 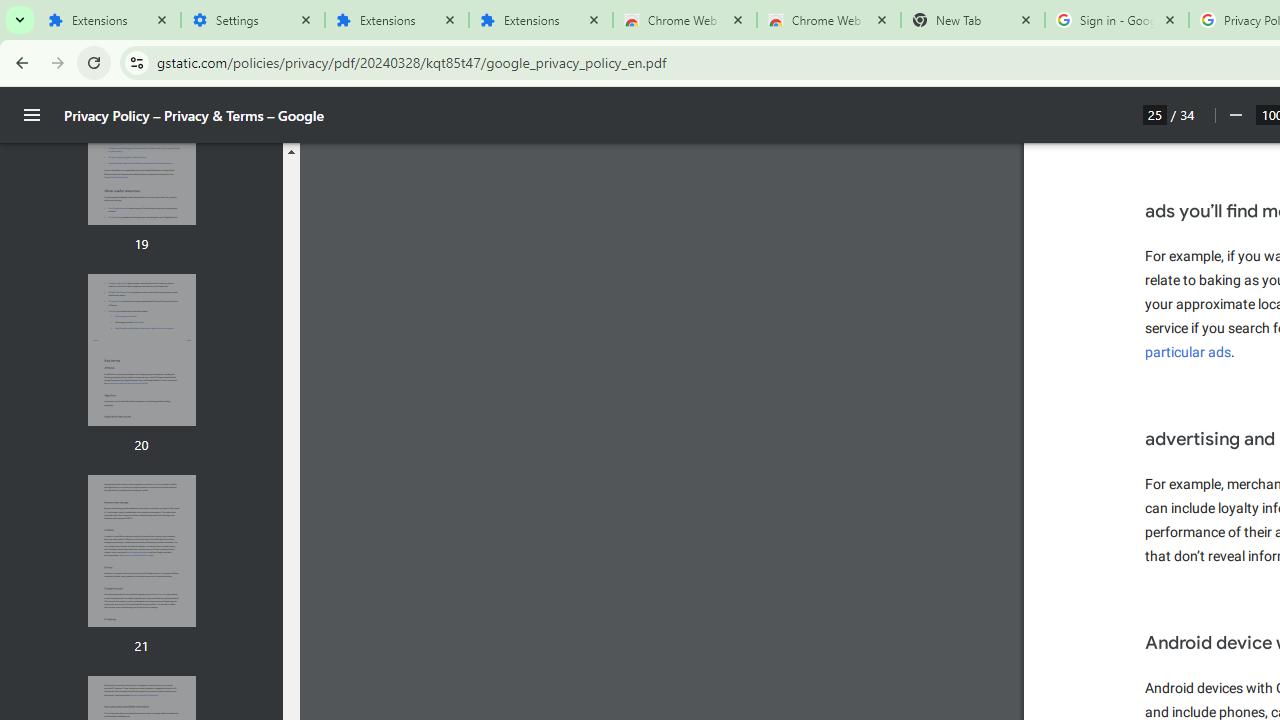 What do you see at coordinates (1115, 20) in the screenshot?
I see `'Sign in - Google Accounts'` at bounding box center [1115, 20].